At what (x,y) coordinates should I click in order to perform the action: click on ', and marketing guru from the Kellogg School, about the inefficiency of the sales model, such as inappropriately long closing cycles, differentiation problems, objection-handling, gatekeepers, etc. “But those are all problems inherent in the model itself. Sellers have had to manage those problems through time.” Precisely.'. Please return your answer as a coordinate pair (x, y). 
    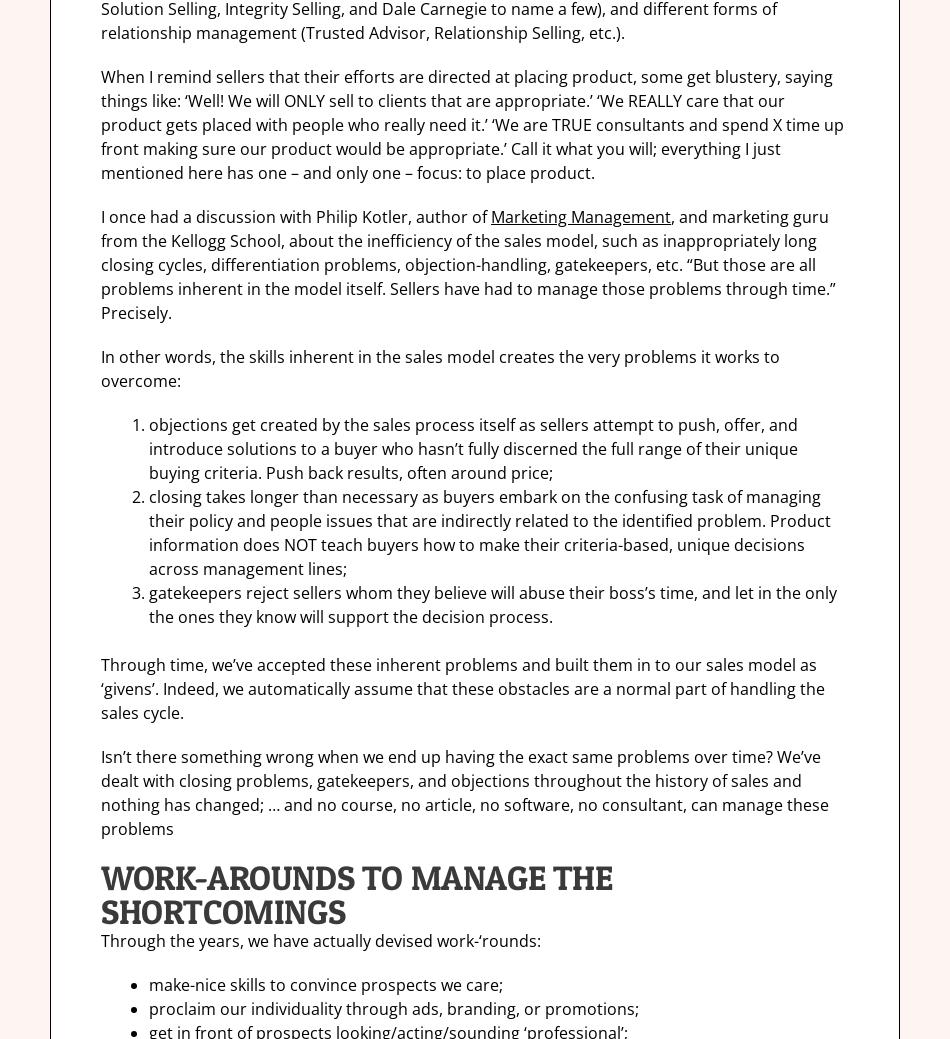
    Looking at the image, I should click on (100, 265).